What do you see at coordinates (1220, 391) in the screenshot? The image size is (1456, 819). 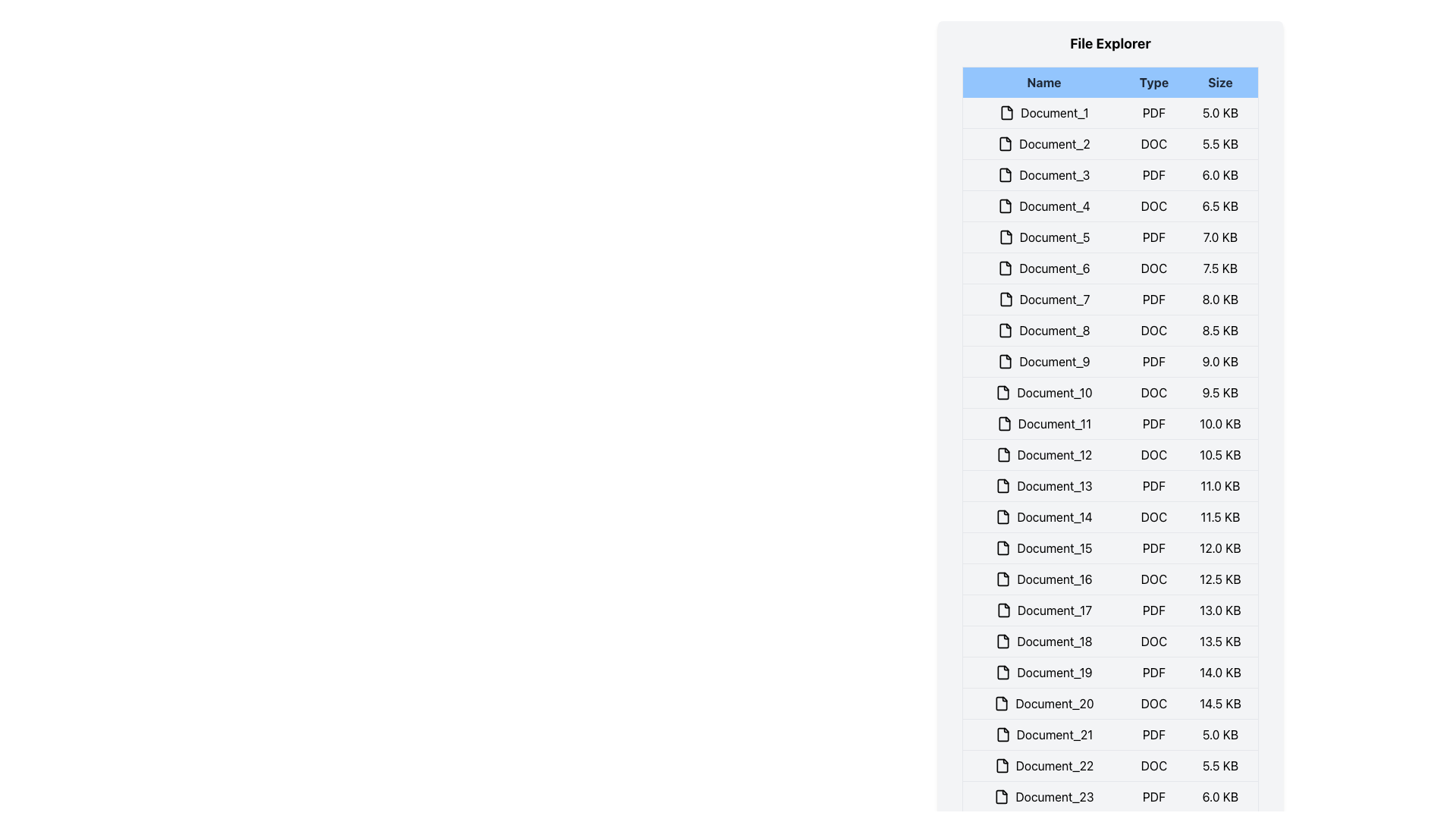 I see `the text label displaying '9.5 KB' in the bottom-right corner of the 'Size' column for 'Document_10 DOC' indicating file size` at bounding box center [1220, 391].